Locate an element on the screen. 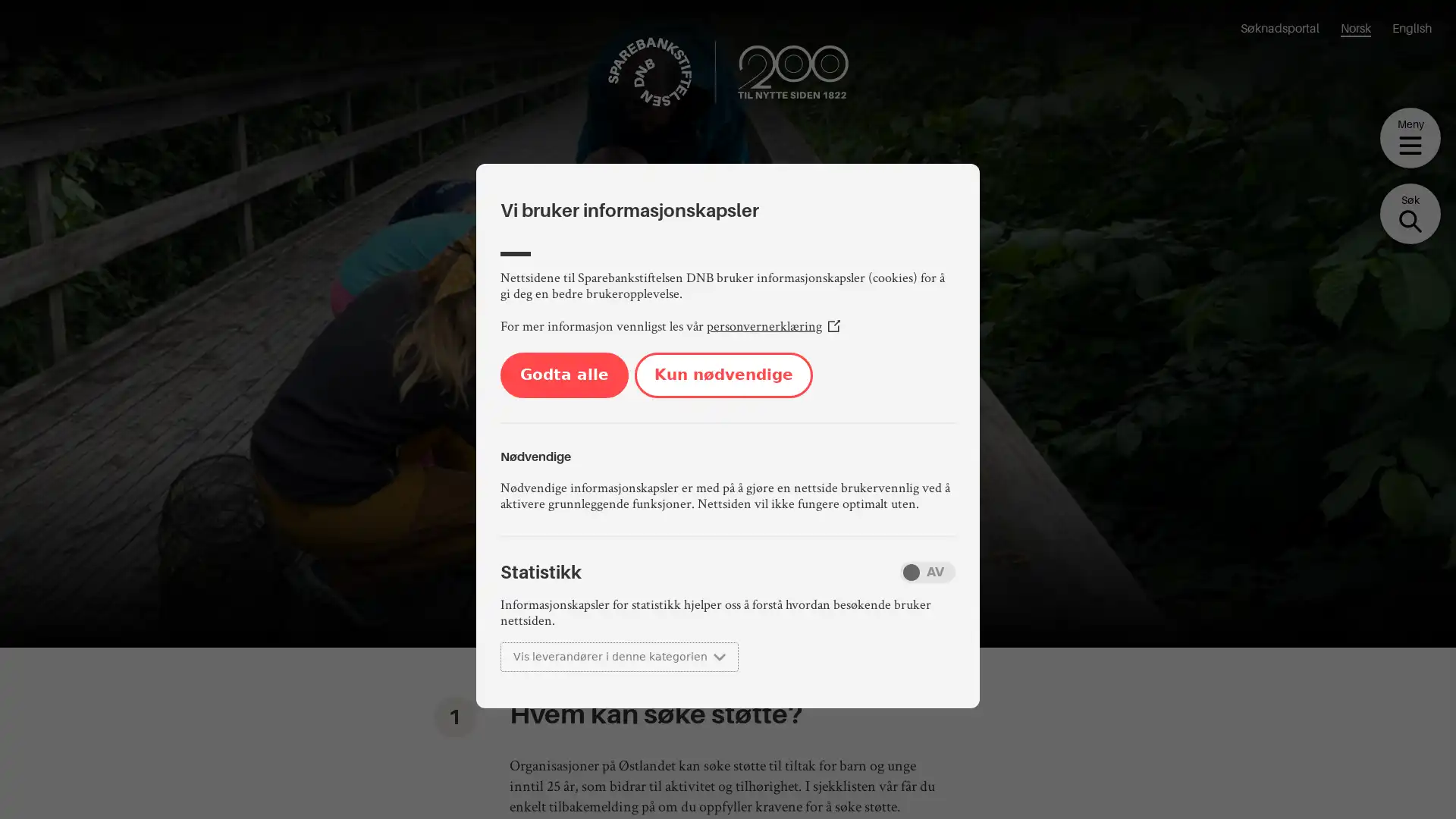 The height and width of the screenshot is (819, 1456). Godta alle is located at coordinates (563, 375).